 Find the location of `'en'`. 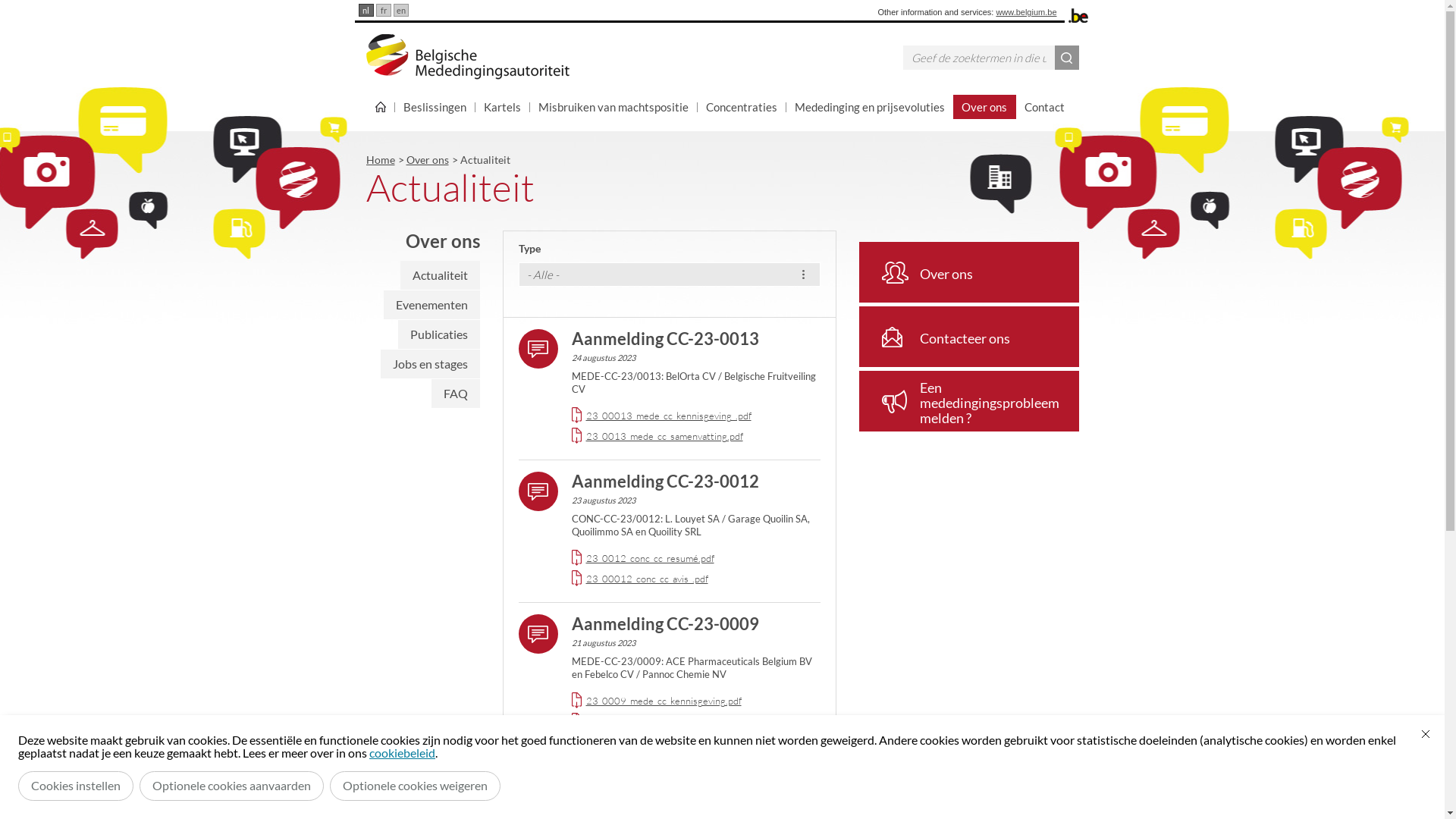

'en' is located at coordinates (400, 10).